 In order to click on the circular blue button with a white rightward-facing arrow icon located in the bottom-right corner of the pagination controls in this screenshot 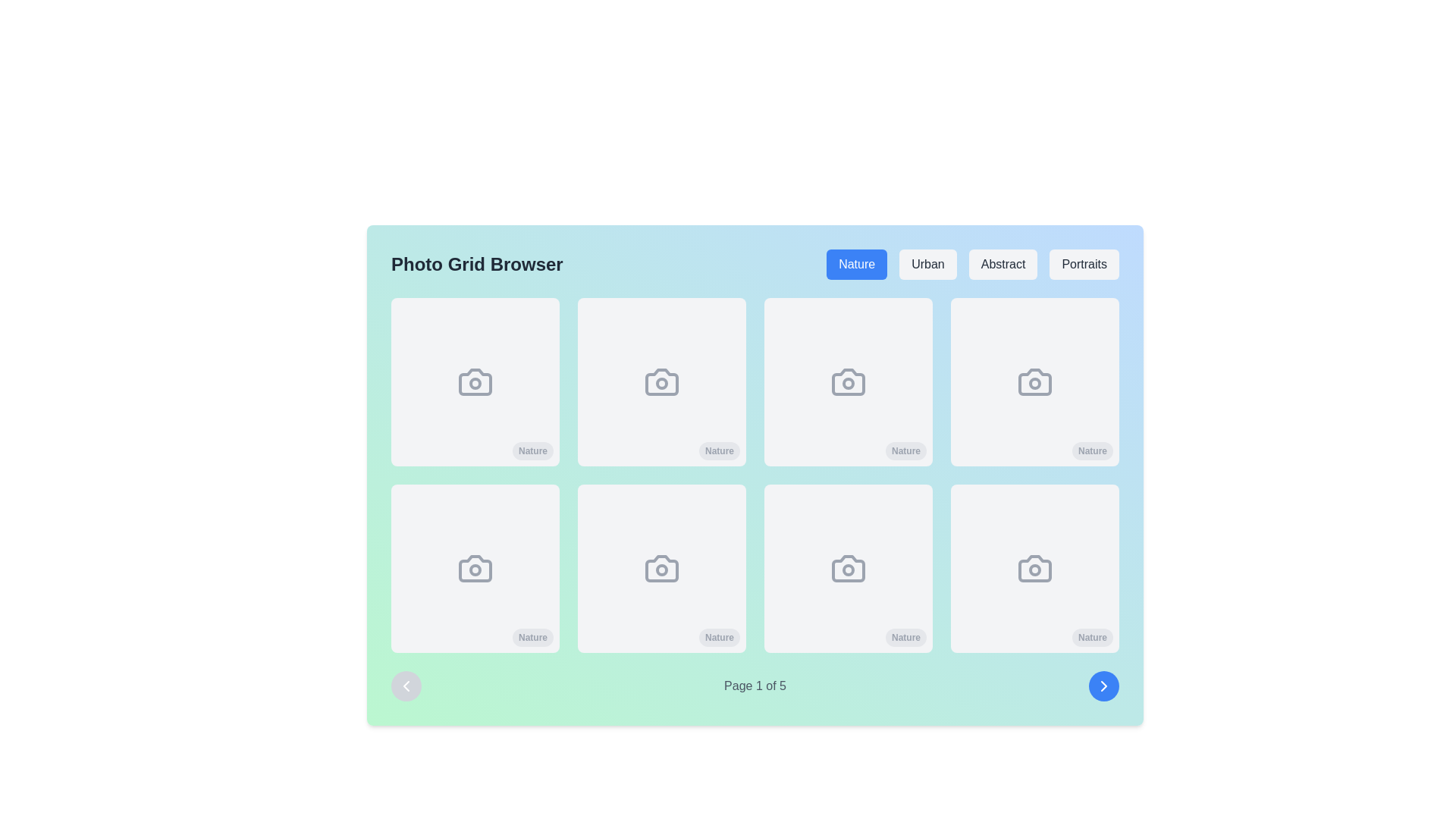, I will do `click(1103, 686)`.